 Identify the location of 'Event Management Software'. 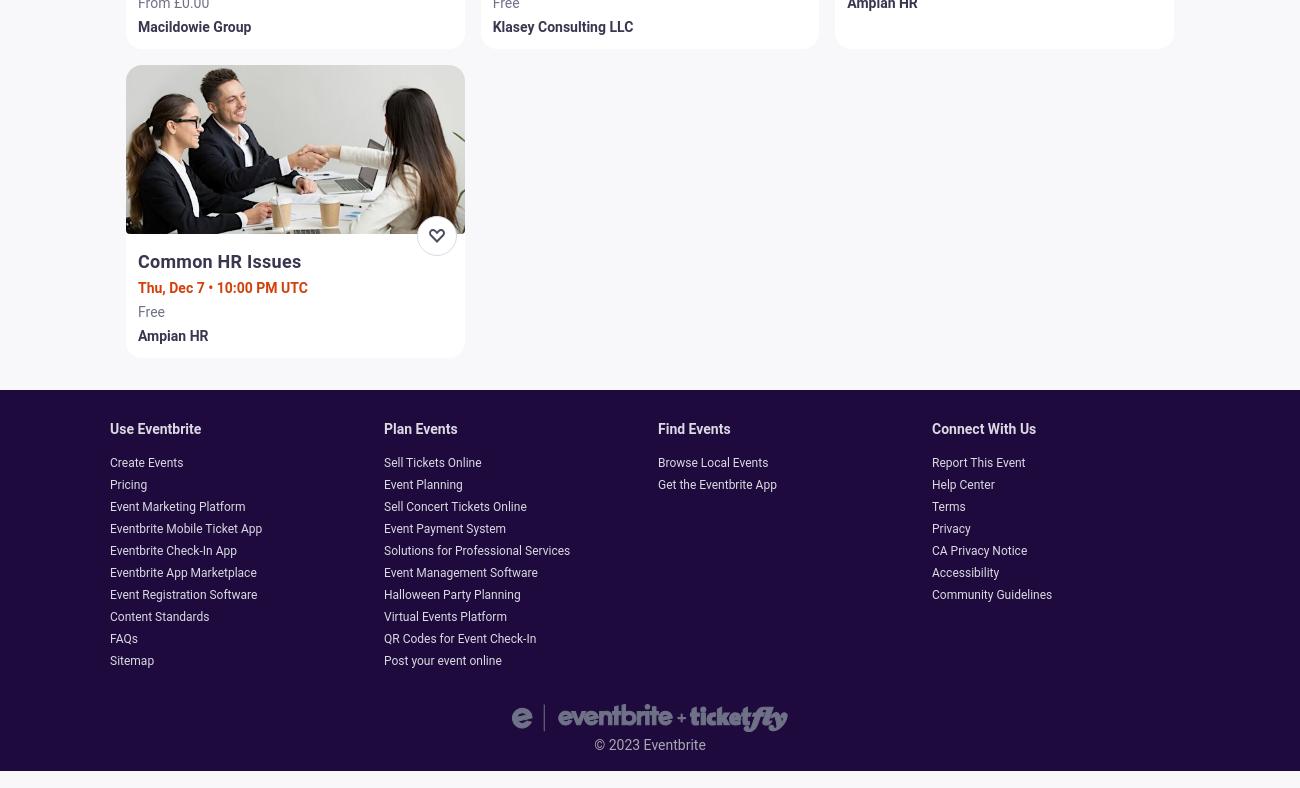
(459, 573).